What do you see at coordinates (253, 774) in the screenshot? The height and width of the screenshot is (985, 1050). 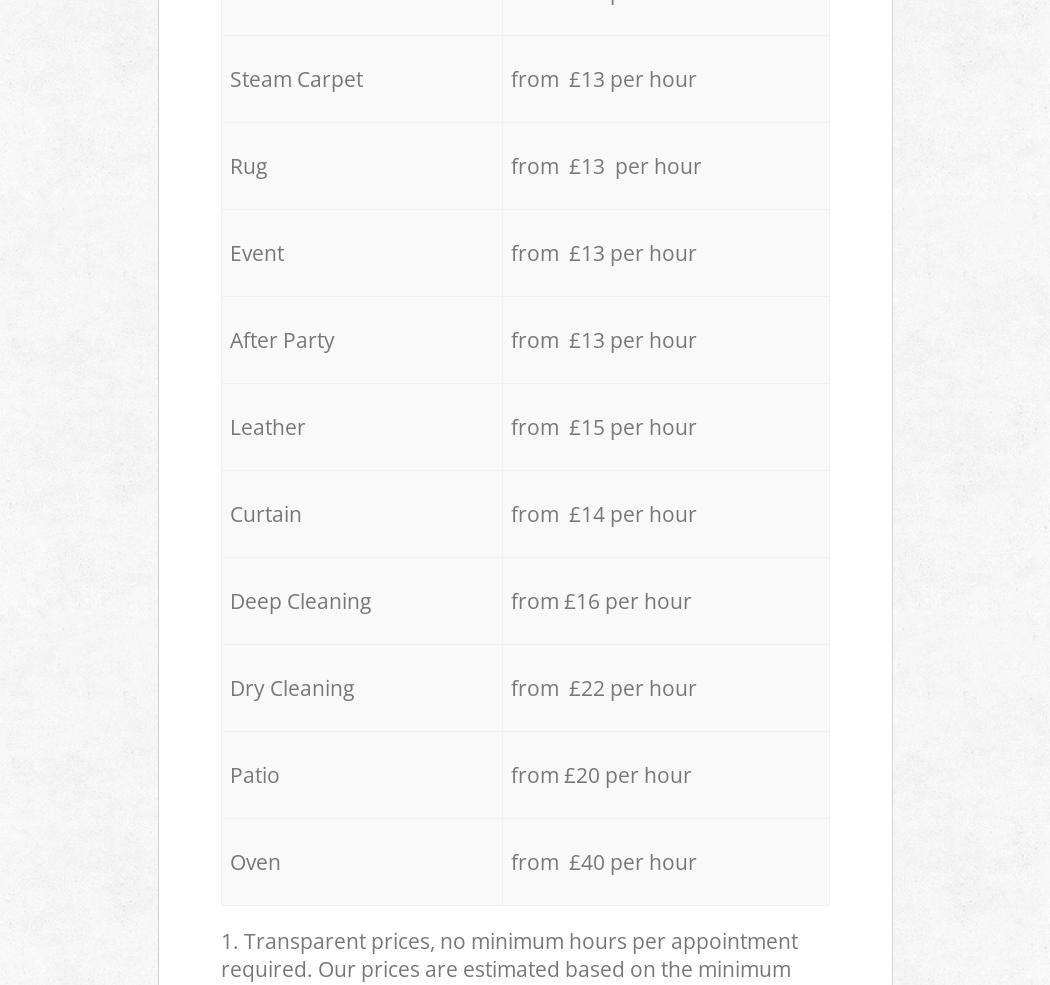 I see `'Patio'` at bounding box center [253, 774].